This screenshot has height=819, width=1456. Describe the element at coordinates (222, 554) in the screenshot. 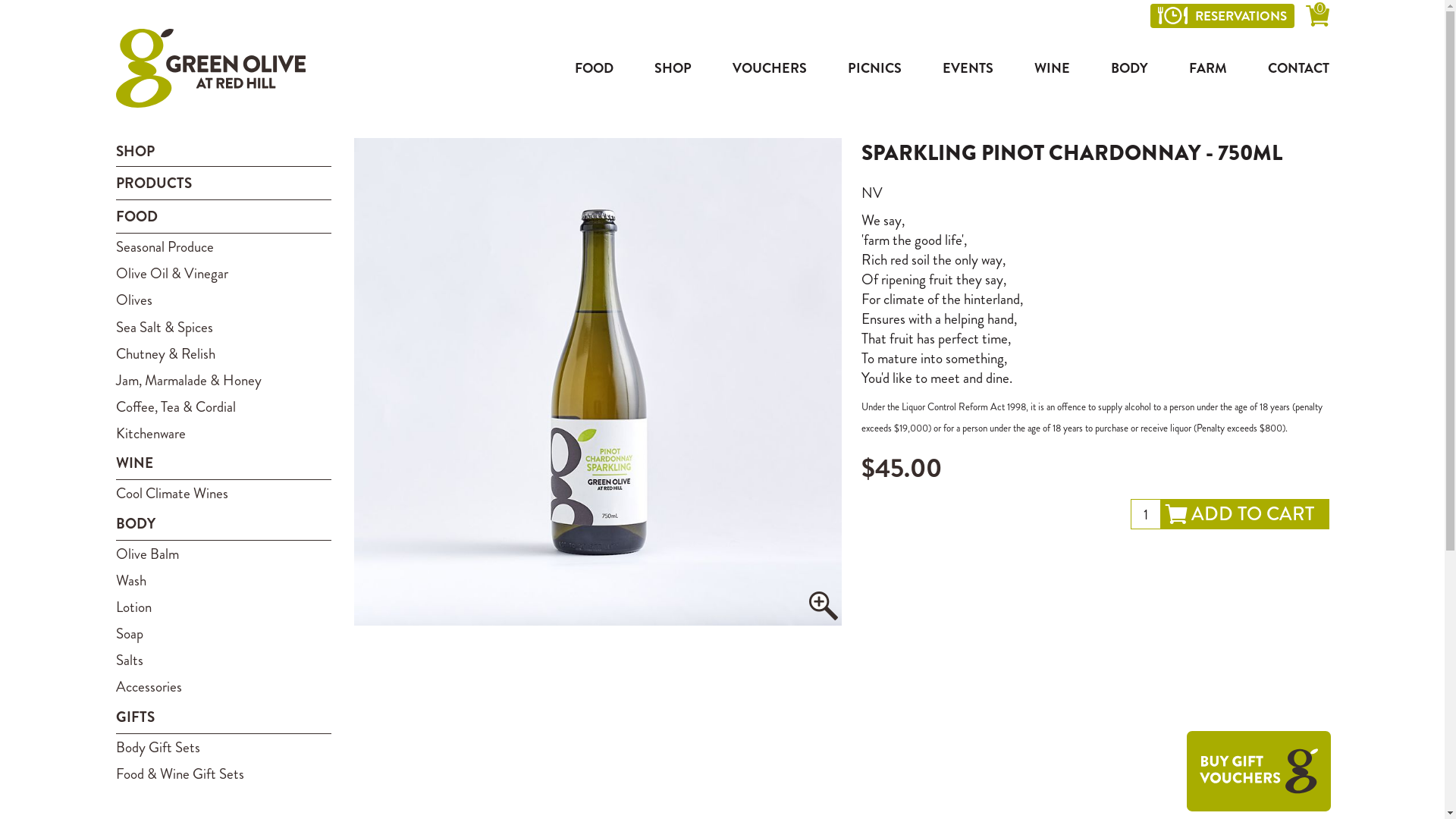

I see `'Olive Balm'` at that location.